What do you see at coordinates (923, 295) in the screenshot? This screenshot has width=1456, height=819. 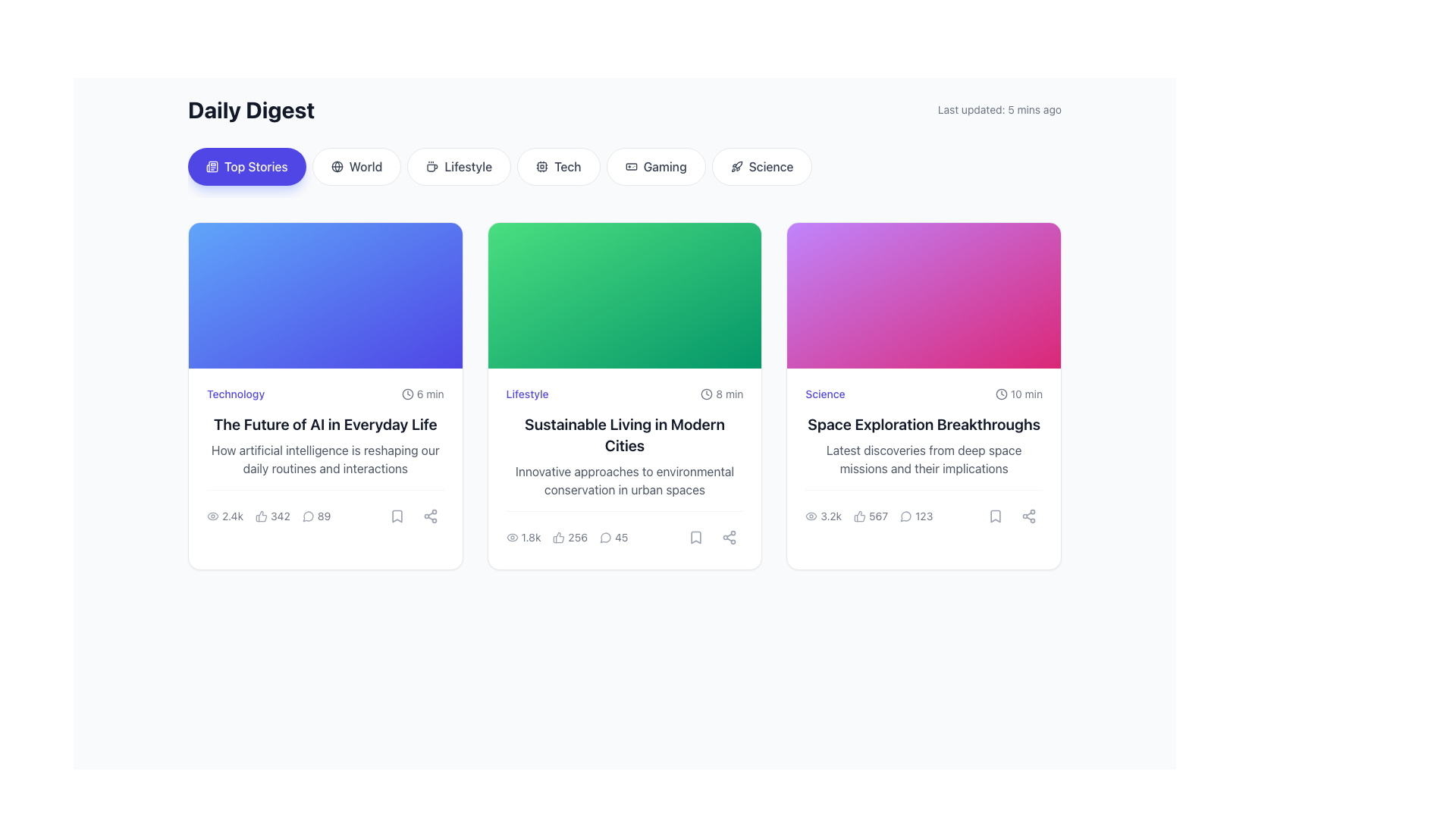 I see `the decorative gradient background element located at the top of the third card, which enhances visual emphasis and differentiates the cards` at bounding box center [923, 295].